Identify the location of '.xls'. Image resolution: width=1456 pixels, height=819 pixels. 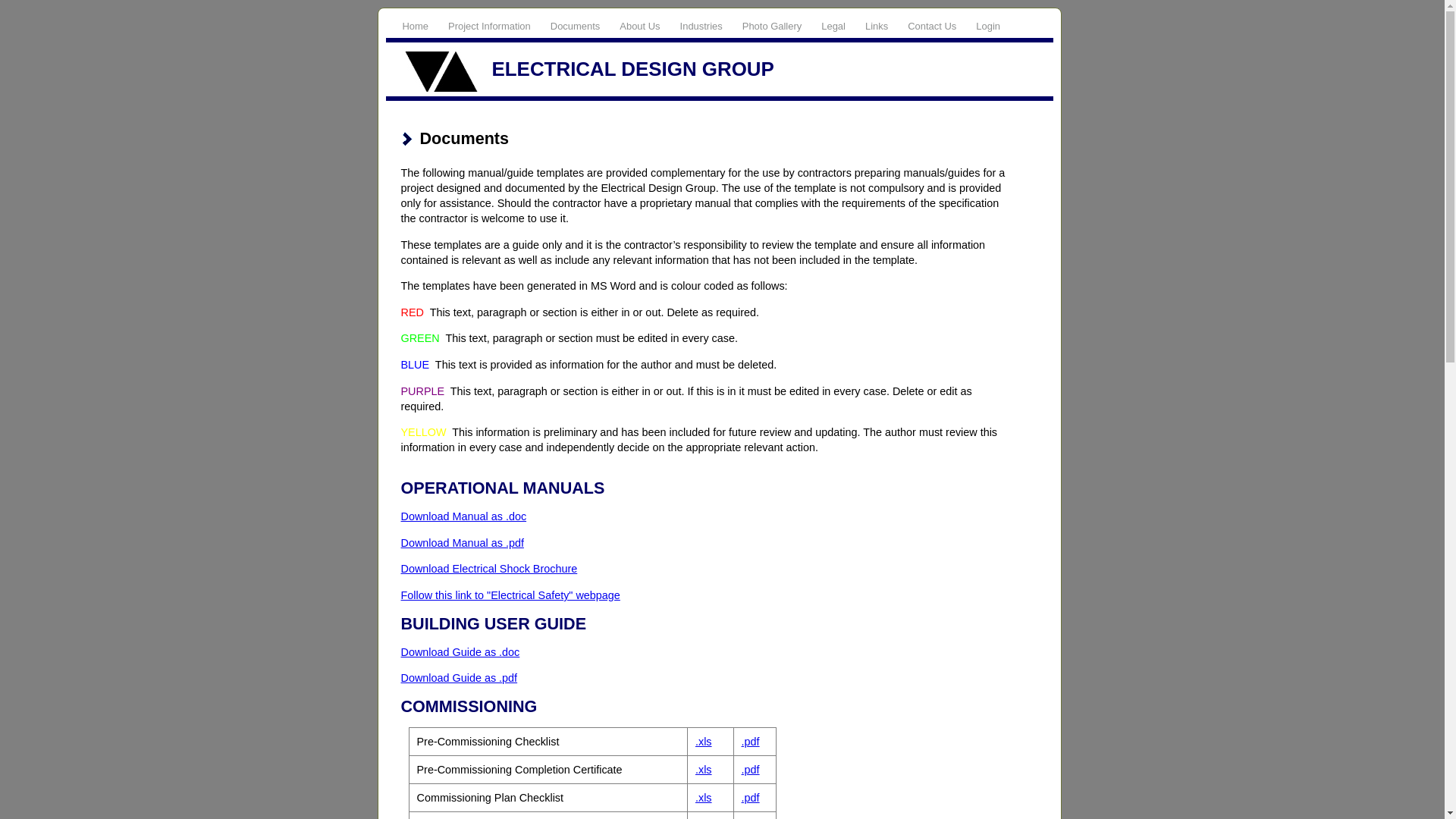
(702, 769).